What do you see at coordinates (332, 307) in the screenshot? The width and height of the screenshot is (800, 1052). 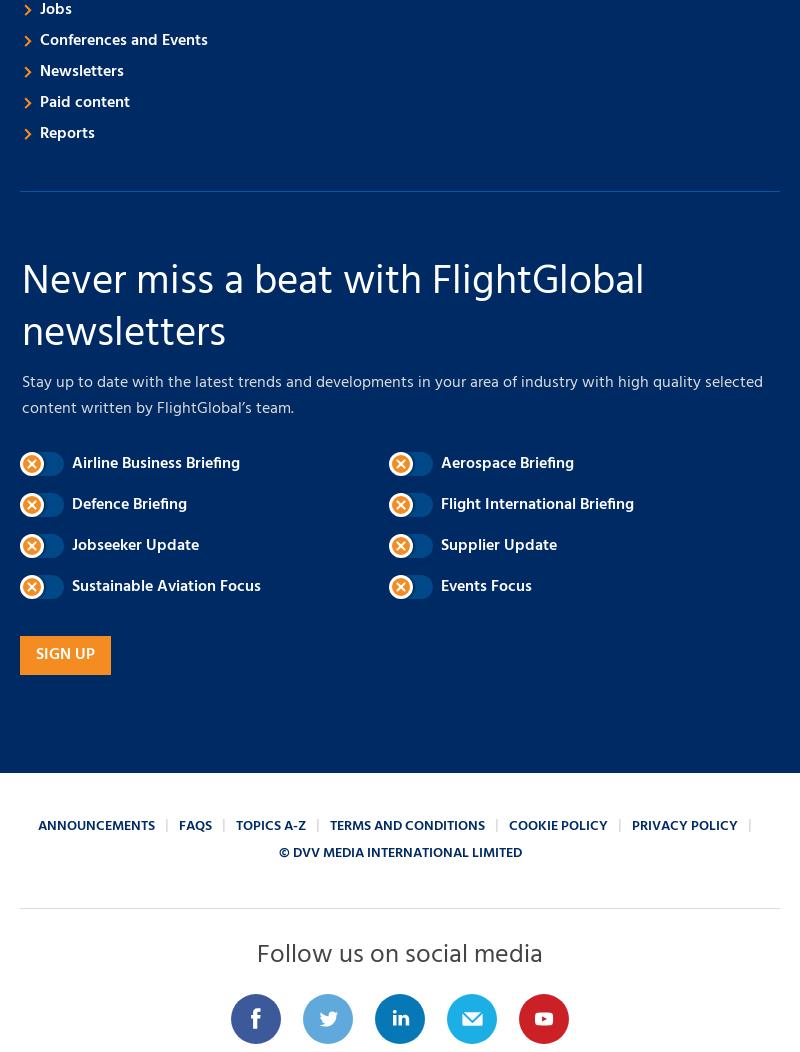 I see `'Never miss a beat with FlightGlobal newsletters'` at bounding box center [332, 307].